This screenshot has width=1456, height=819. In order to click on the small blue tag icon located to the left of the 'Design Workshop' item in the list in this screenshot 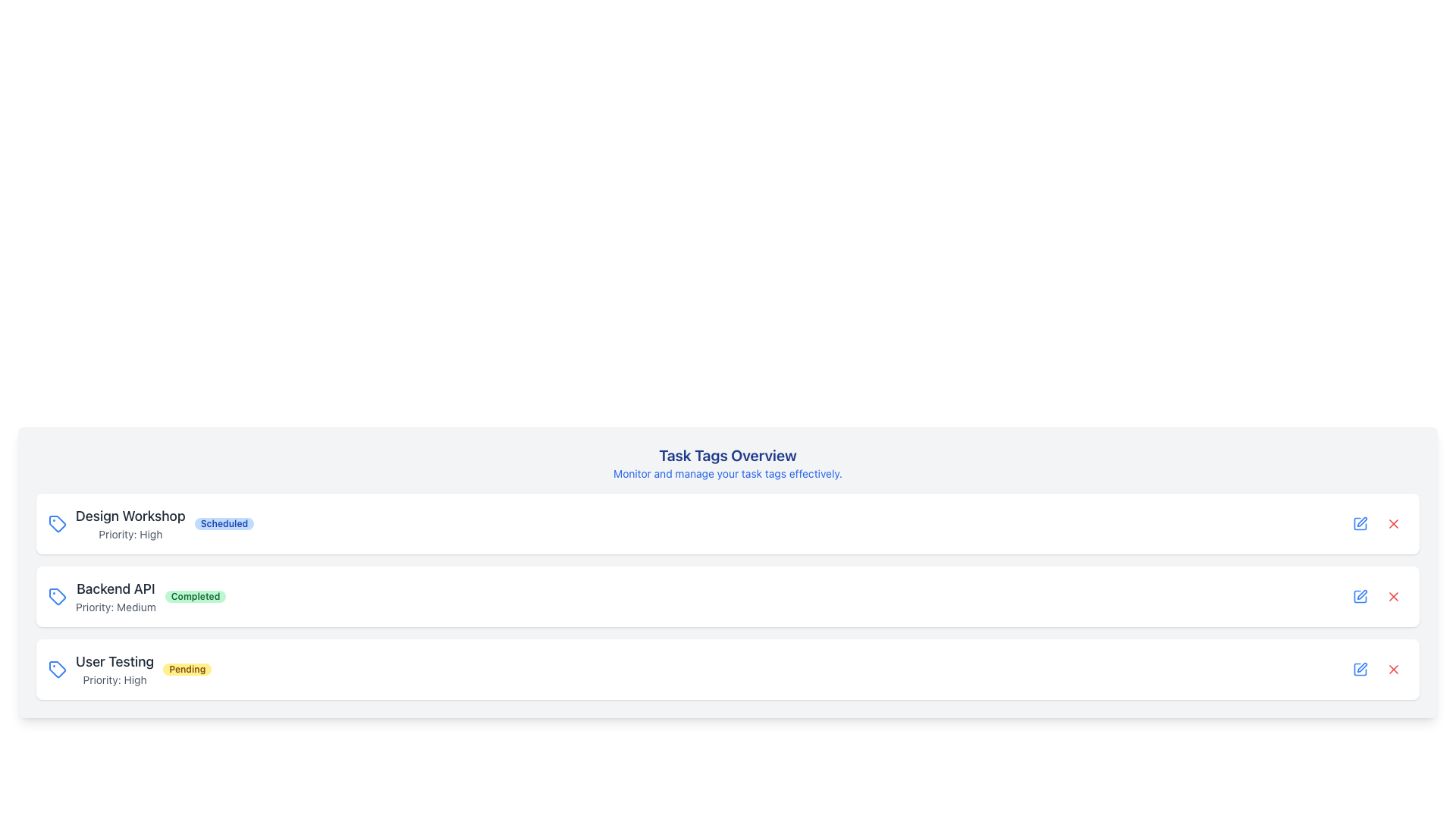, I will do `click(58, 522)`.